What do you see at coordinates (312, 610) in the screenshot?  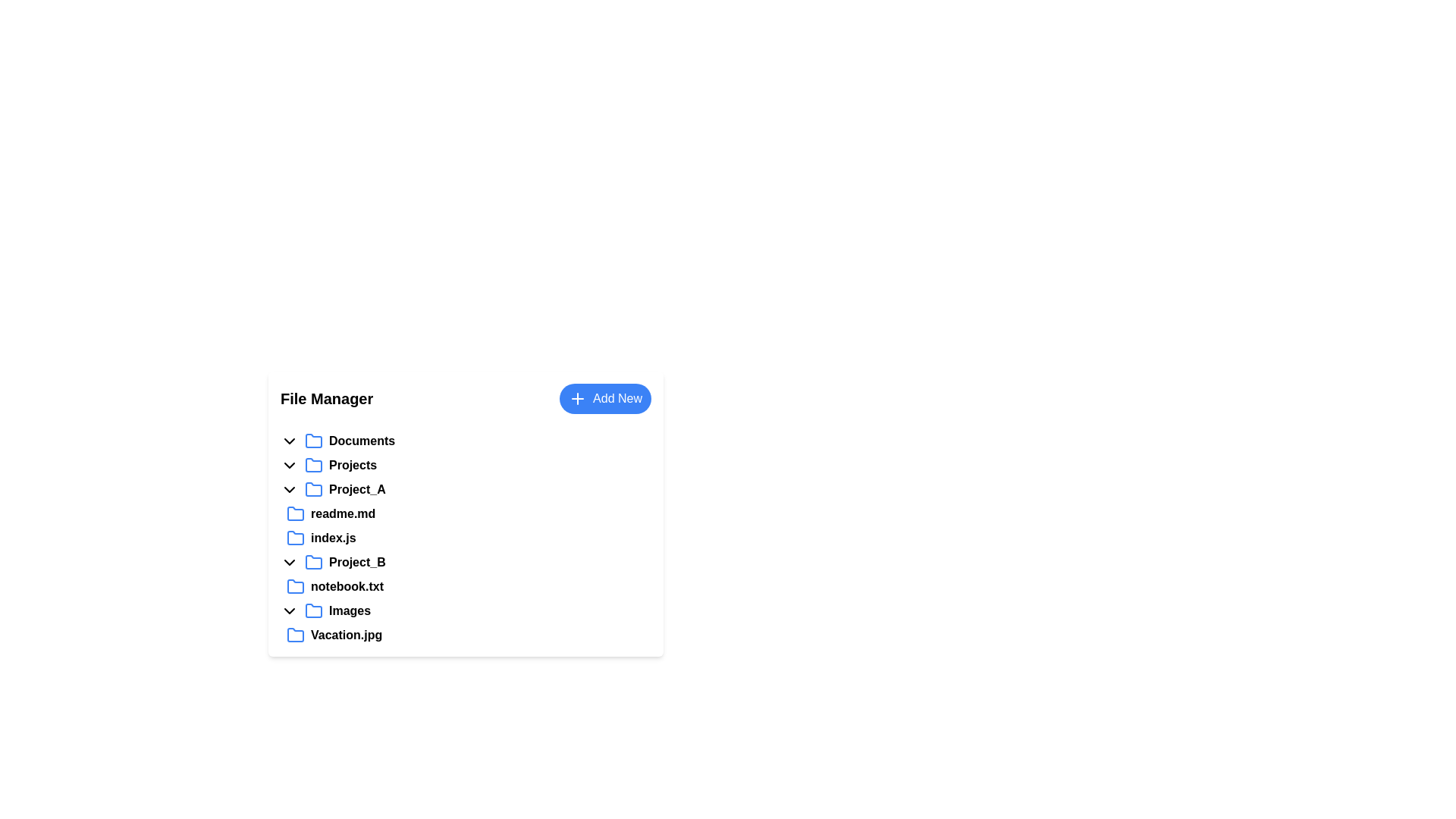 I see `the folder icon with a blue outline located to the left of the 'Images' text in the 'File Manager' section` at bounding box center [312, 610].